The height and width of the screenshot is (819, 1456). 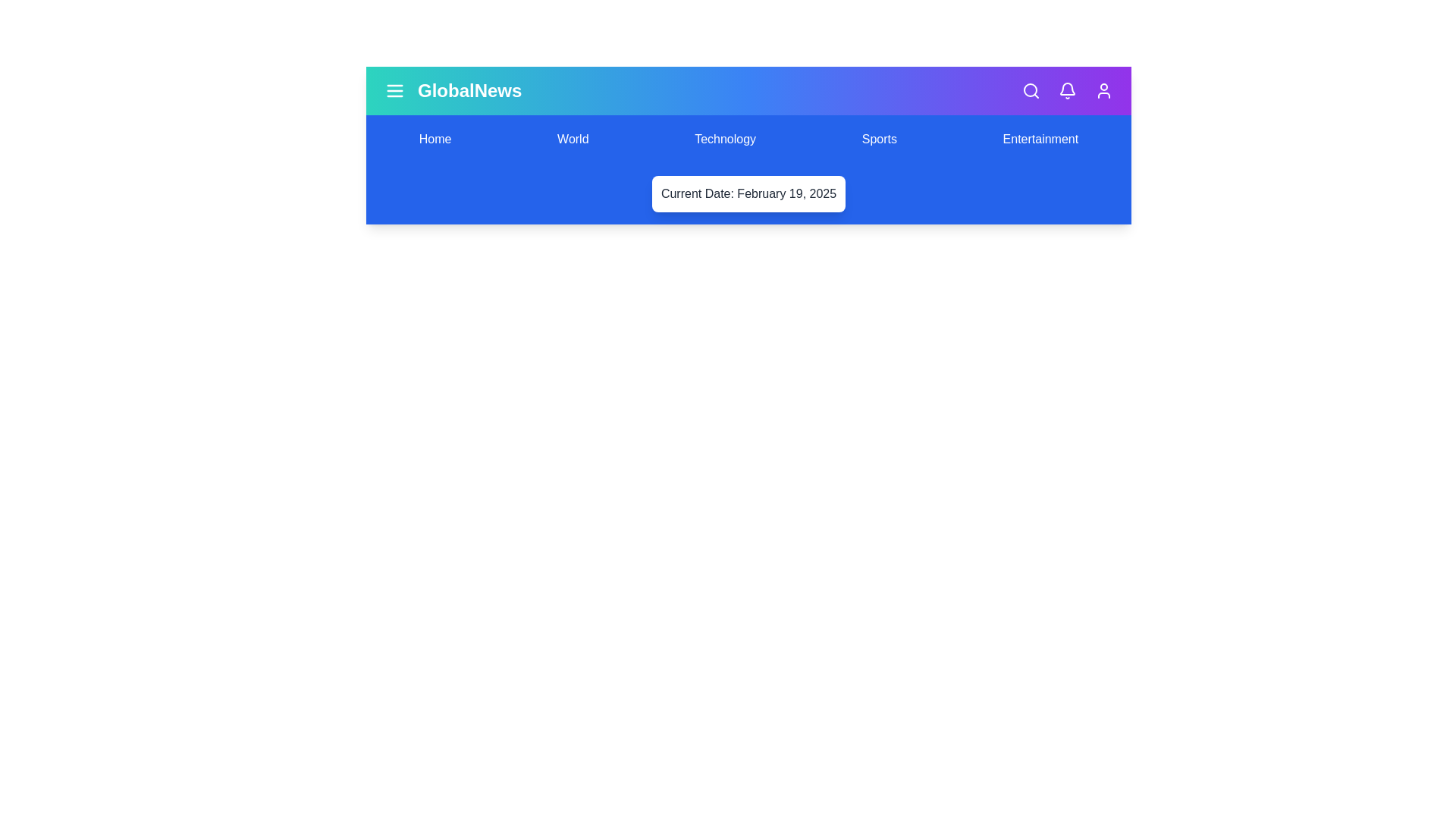 What do you see at coordinates (1103, 90) in the screenshot?
I see `the user icon to access the user profile` at bounding box center [1103, 90].